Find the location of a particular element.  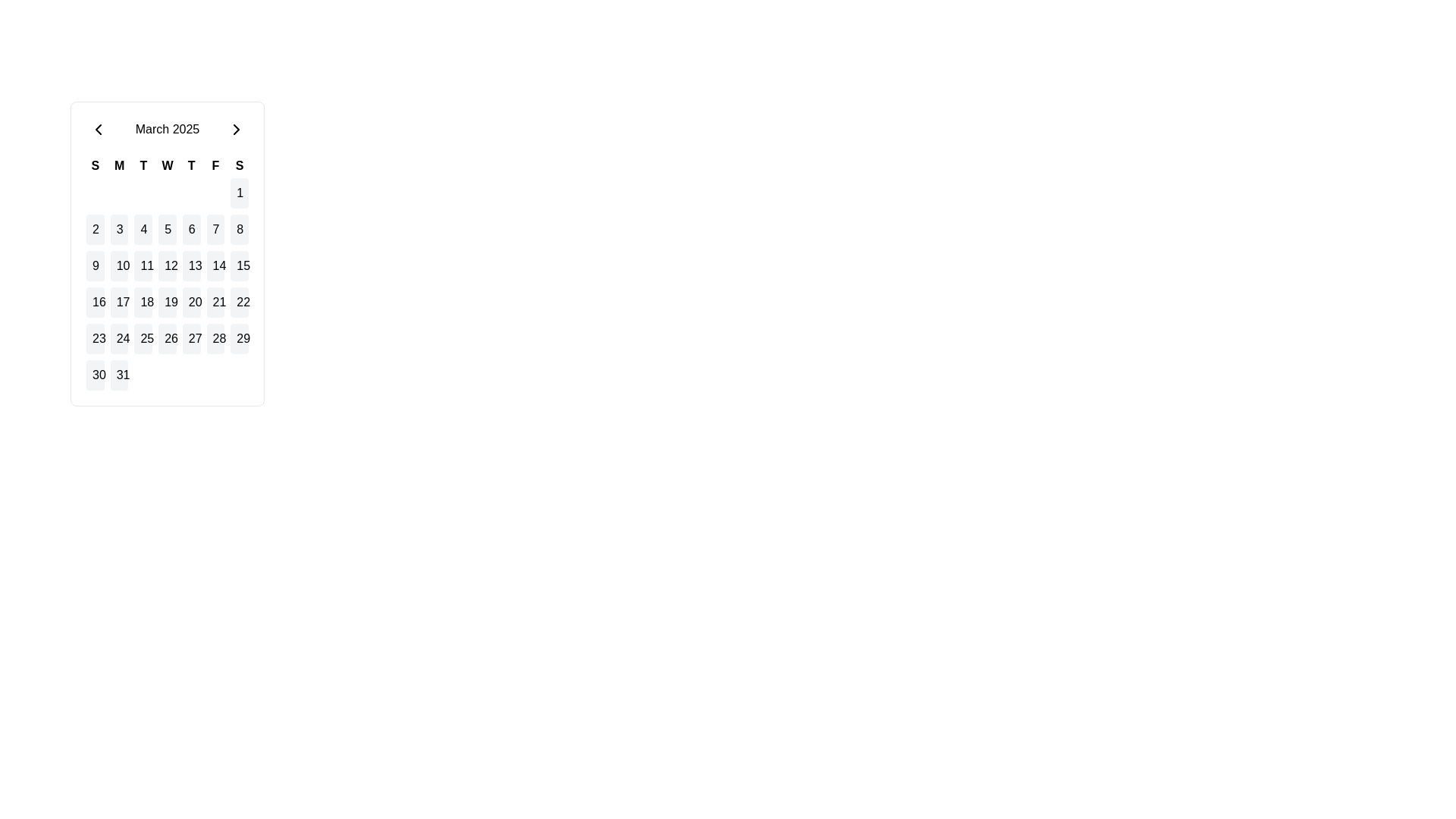

the button representing the 20th day in the March 2025 calendar is located at coordinates (190, 302).